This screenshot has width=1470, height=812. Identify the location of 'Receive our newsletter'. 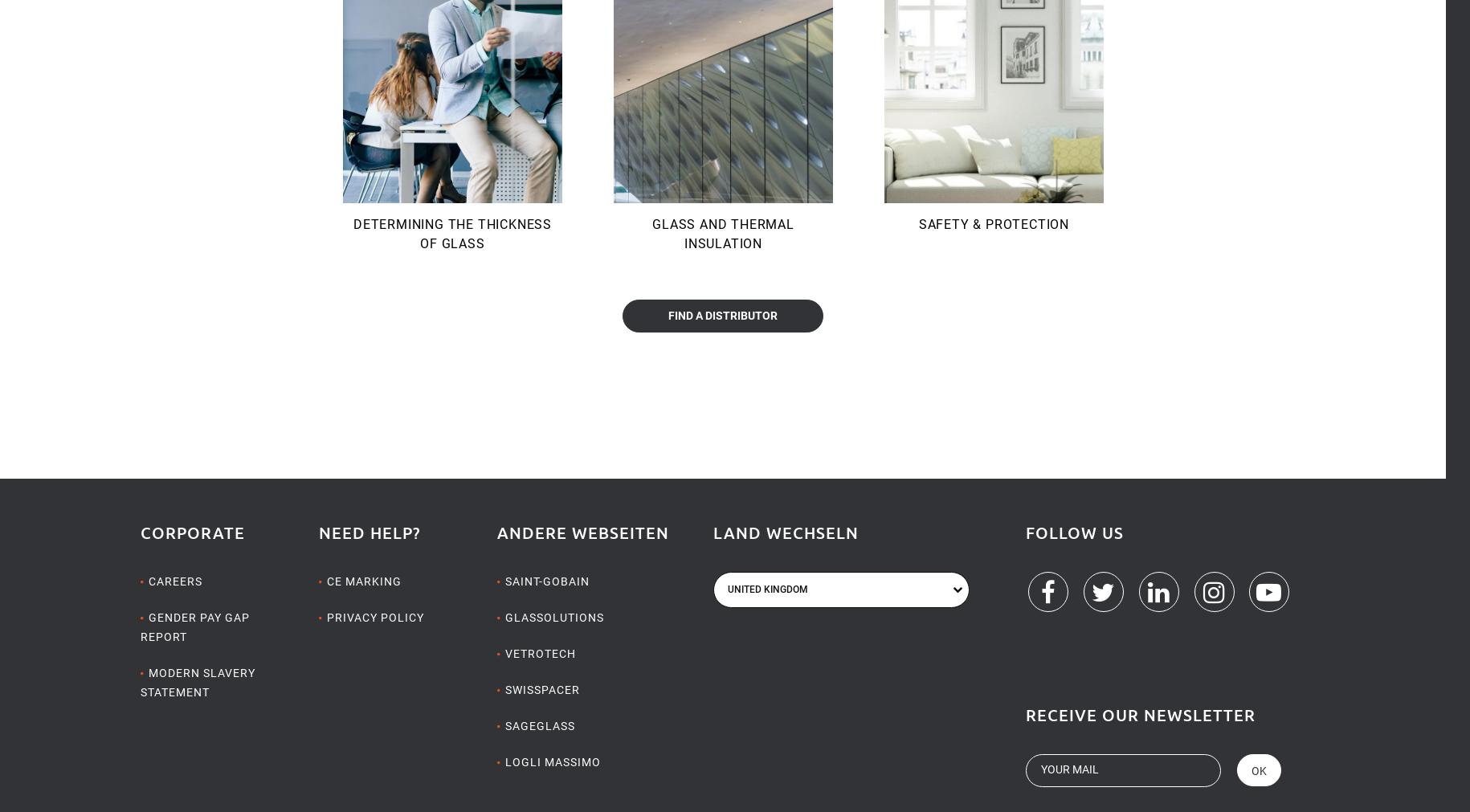
(1025, 714).